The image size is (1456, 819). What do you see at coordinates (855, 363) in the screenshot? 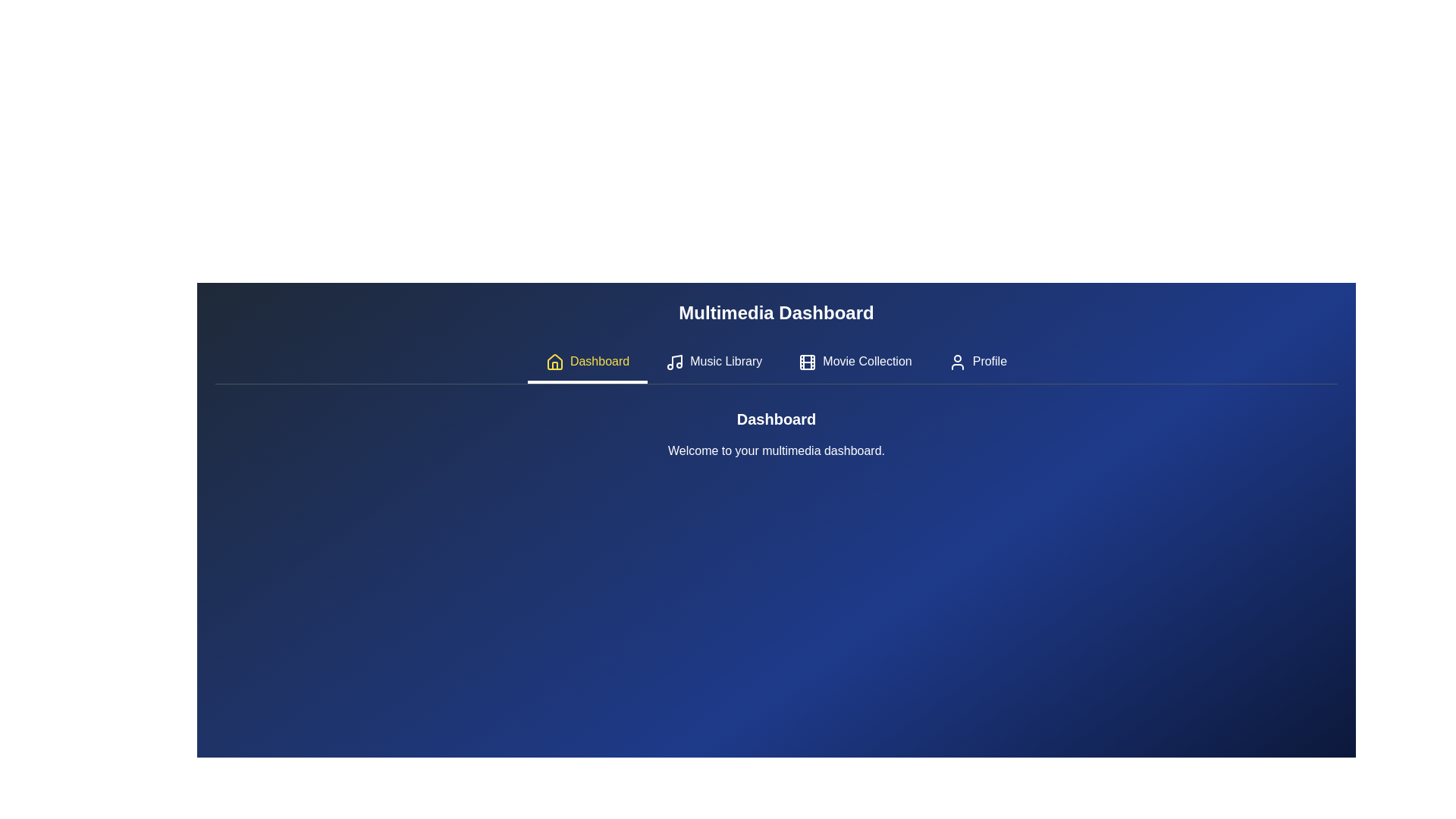
I see `the Movie Collection tab by clicking on its button` at bounding box center [855, 363].